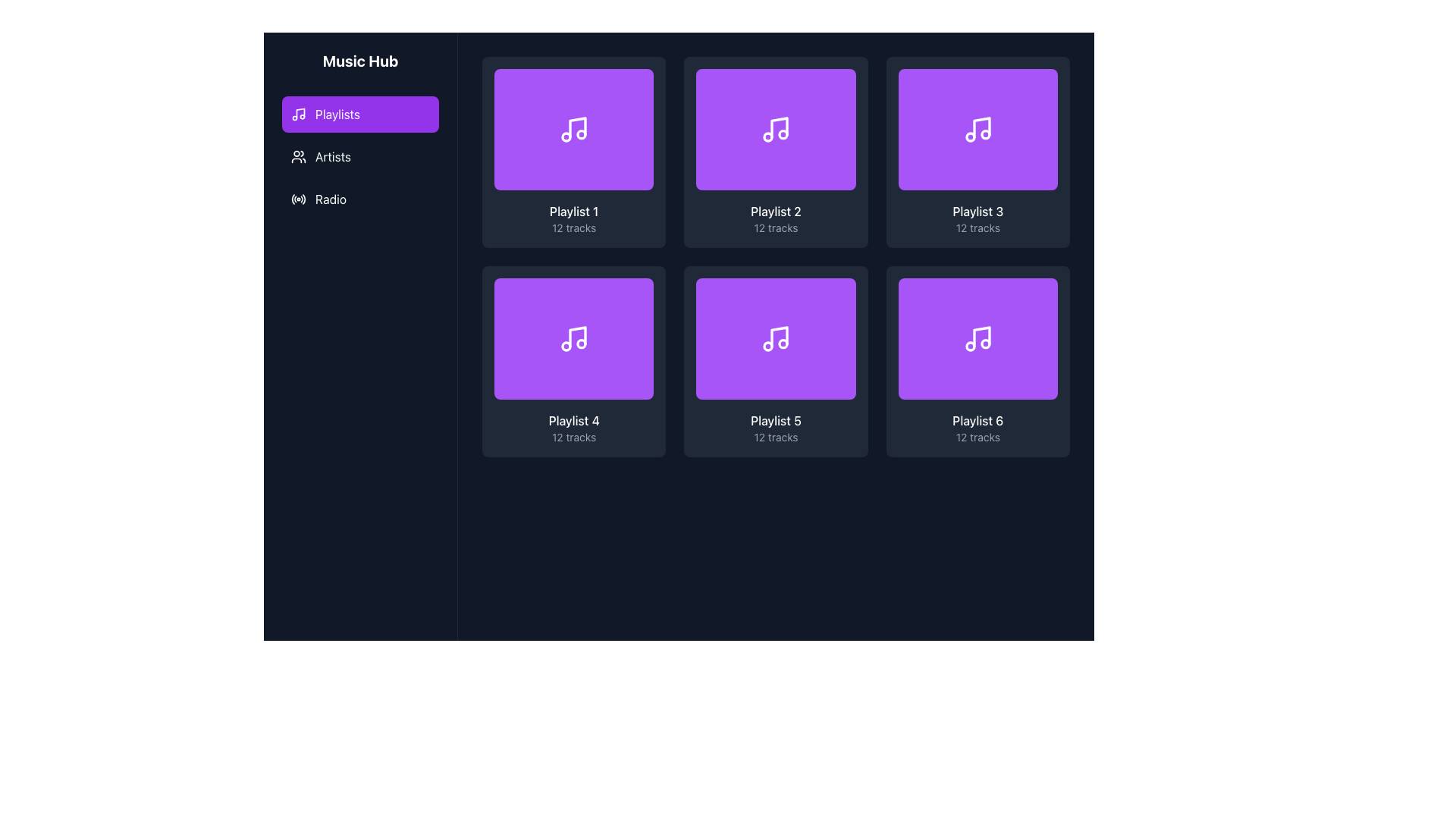  Describe the element at coordinates (330, 198) in the screenshot. I see `the 'Radio' menu item, which is the third text label` at that location.